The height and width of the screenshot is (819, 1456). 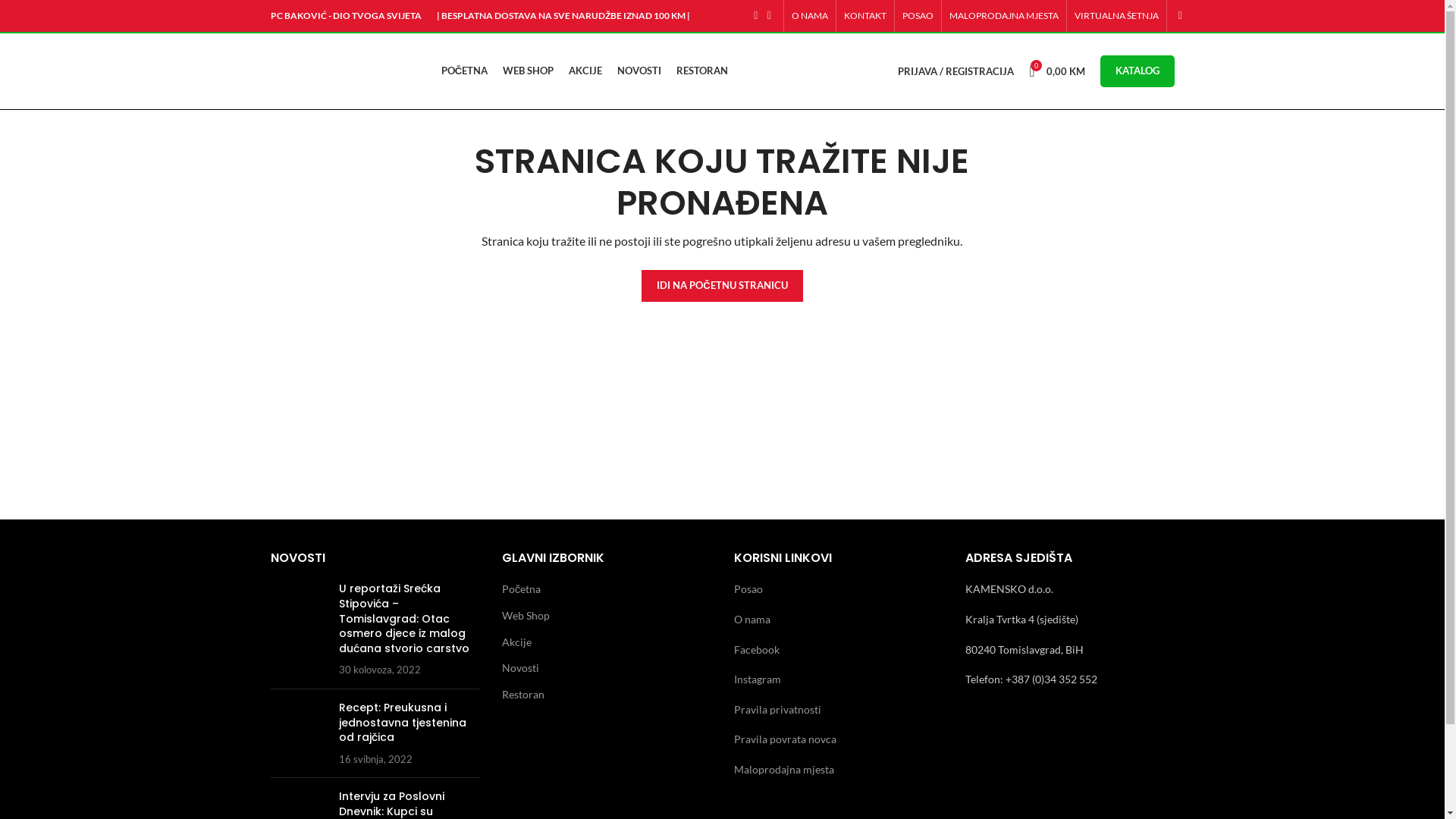 I want to click on 'Facebook', so click(x=757, y=648).